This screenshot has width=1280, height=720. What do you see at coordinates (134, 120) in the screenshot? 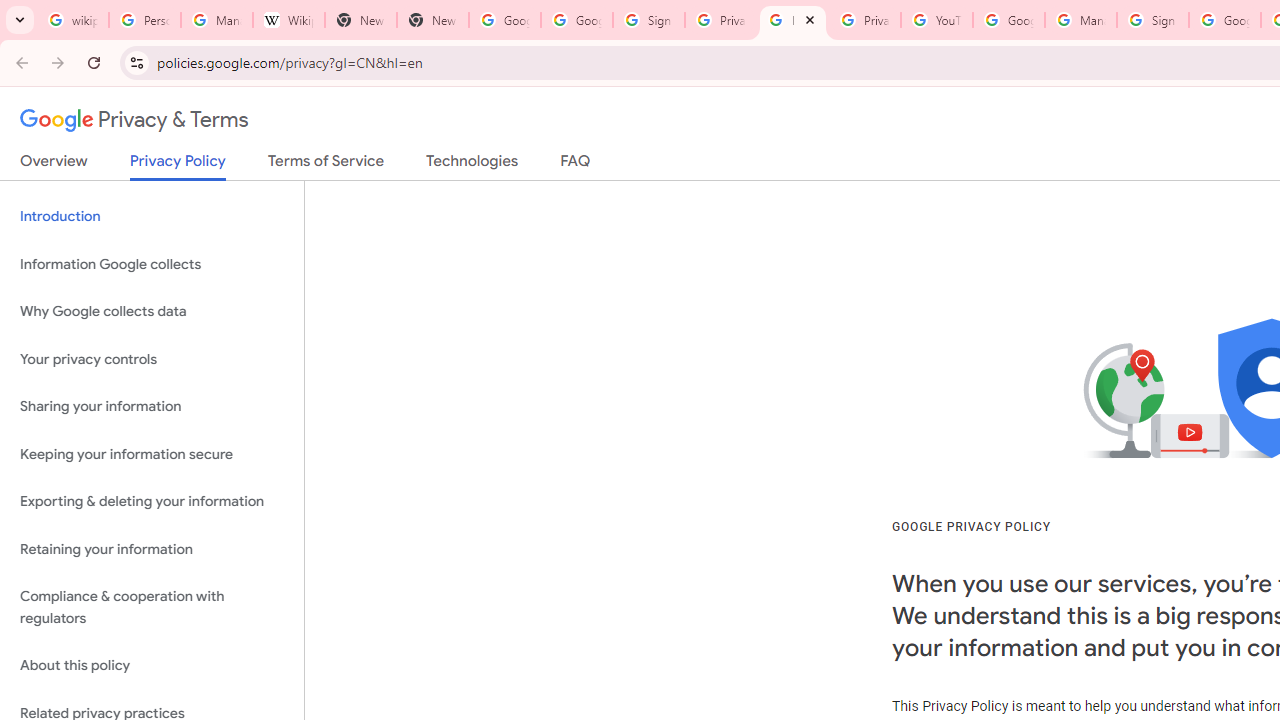
I see `'Privacy & Terms'` at bounding box center [134, 120].